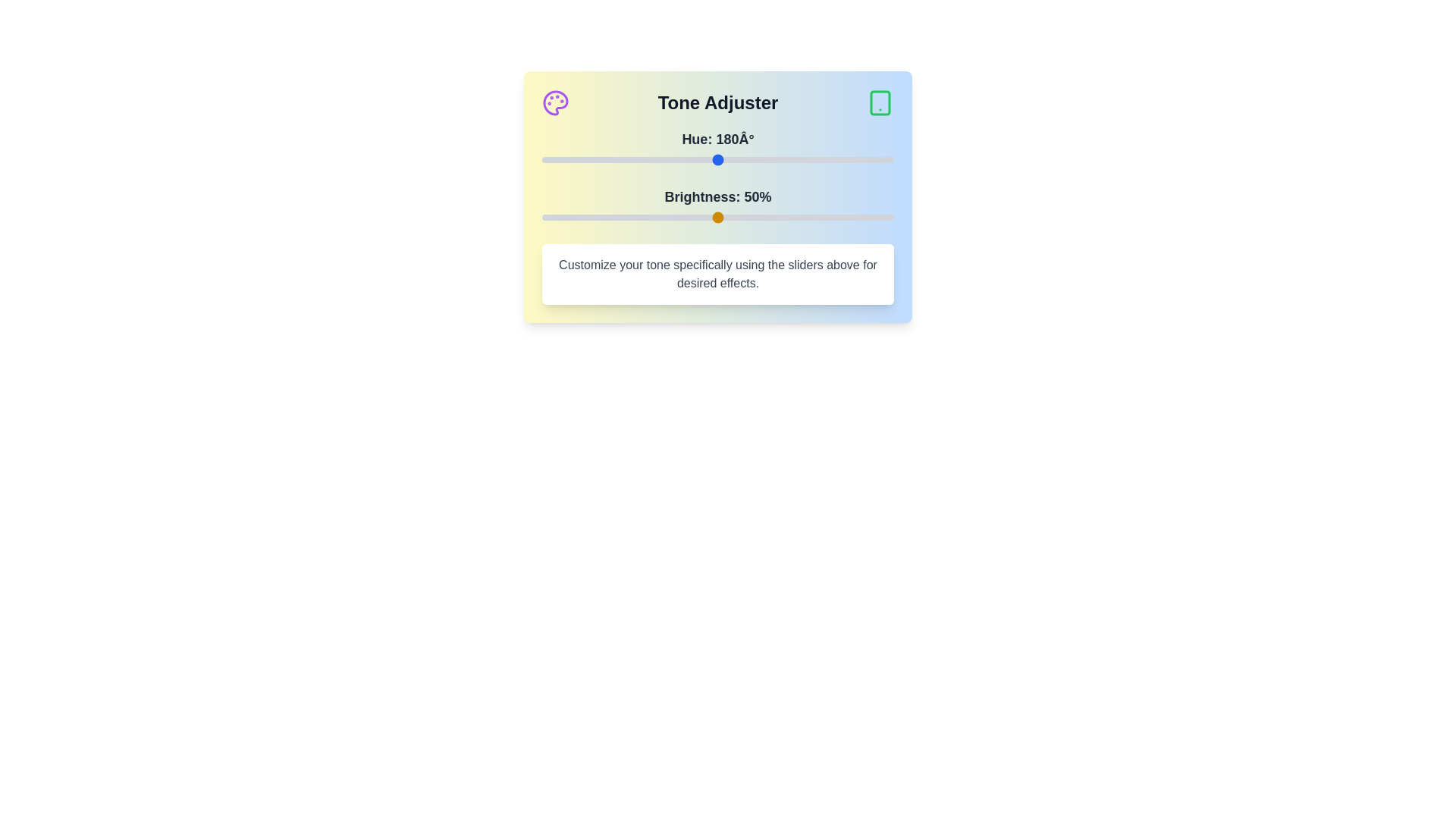 This screenshot has height=819, width=1456. What do you see at coordinates (857, 160) in the screenshot?
I see `the hue slider to set the hue to 322 degrees` at bounding box center [857, 160].